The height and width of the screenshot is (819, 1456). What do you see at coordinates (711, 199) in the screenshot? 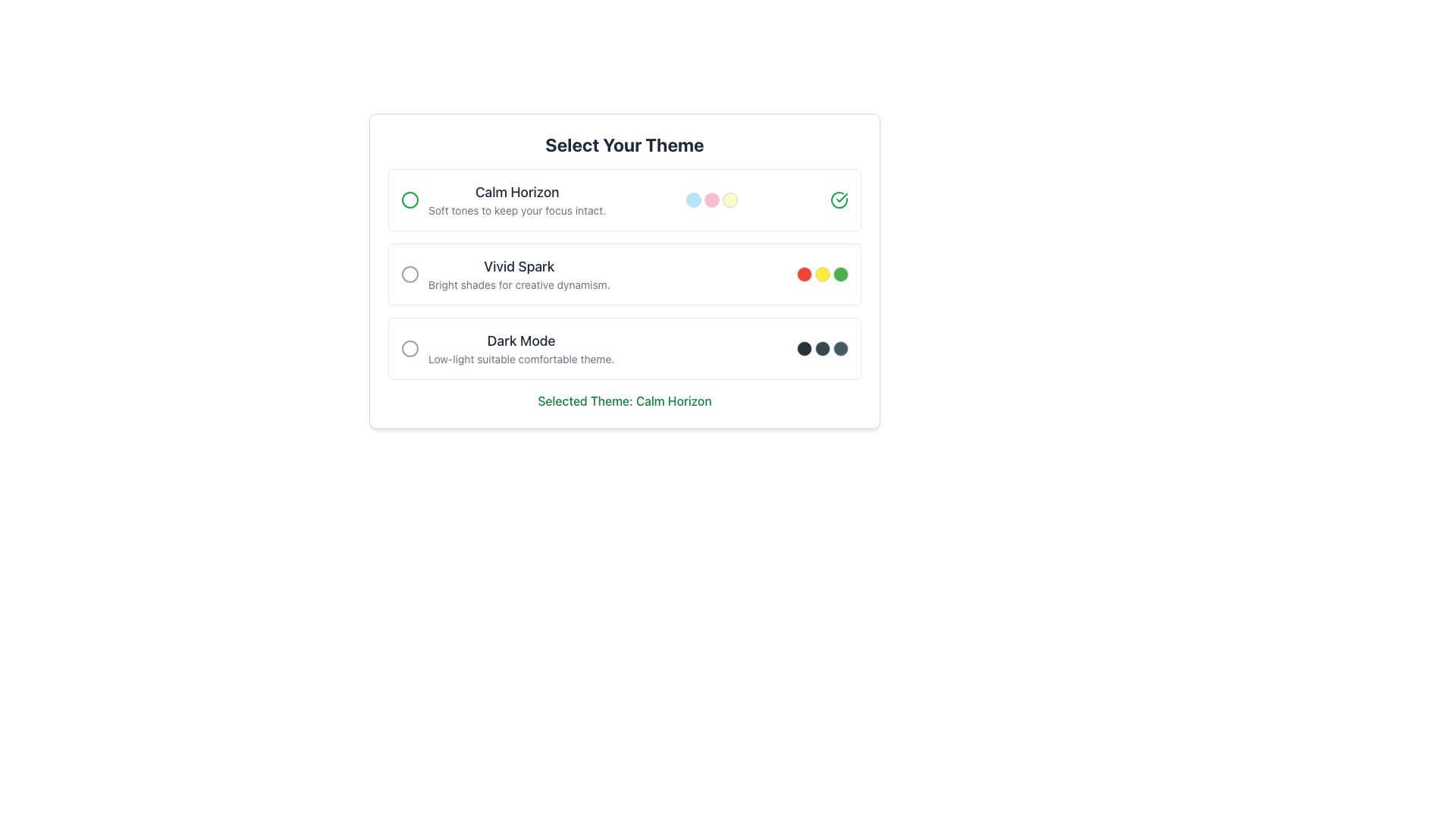
I see `the Indicator group consisting of small circular icons that represents color options for the 'Calm Horizon' theme, located to the right of the theme label` at bounding box center [711, 199].